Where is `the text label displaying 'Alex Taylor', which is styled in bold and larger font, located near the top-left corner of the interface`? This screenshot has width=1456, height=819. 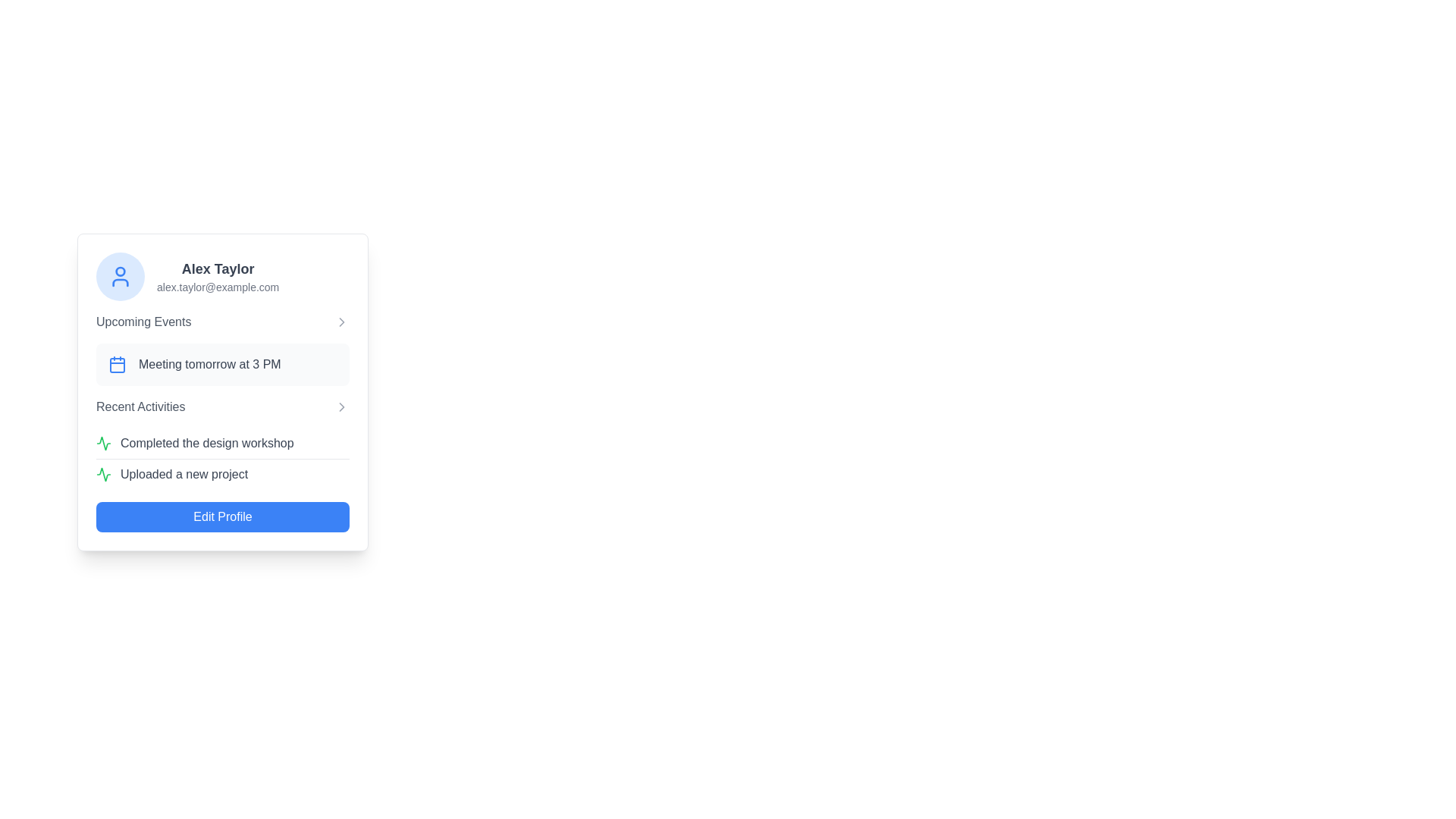
the text label displaying 'Alex Taylor', which is styled in bold and larger font, located near the top-left corner of the interface is located at coordinates (217, 268).